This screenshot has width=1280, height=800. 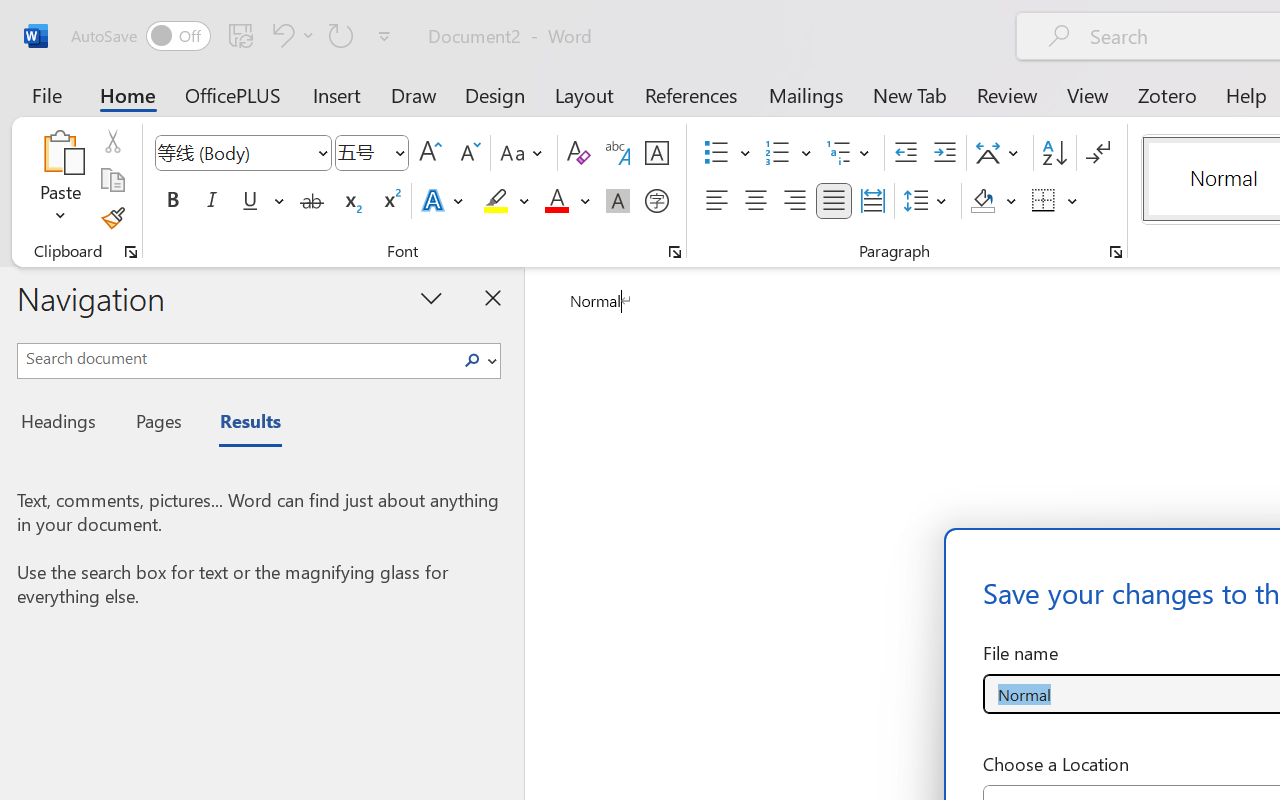 What do you see at coordinates (577, 153) in the screenshot?
I see `'Clear Formatting'` at bounding box center [577, 153].